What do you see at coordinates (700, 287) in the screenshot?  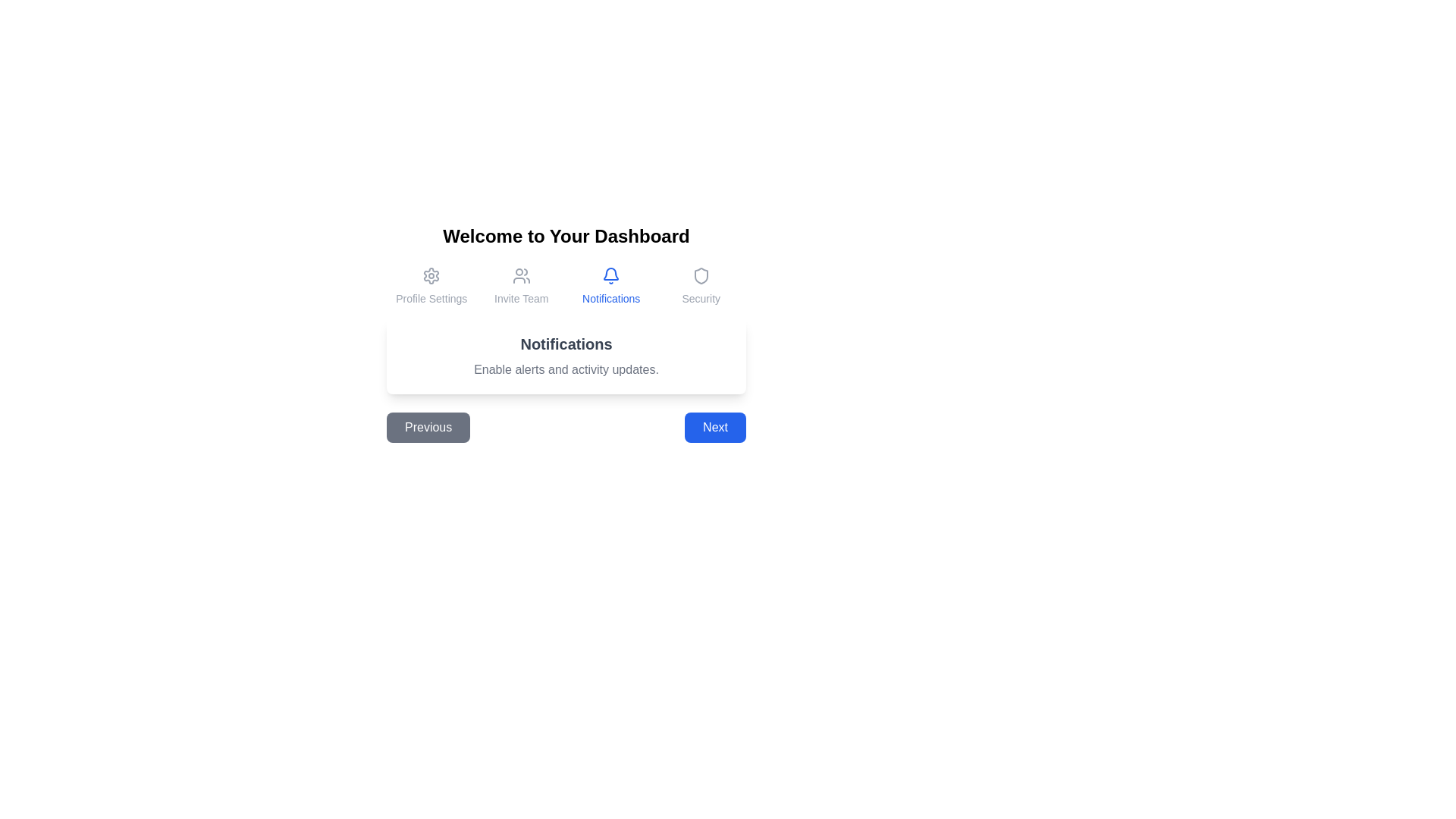 I see `the 'Security' text label with the shield icon, which is the fourth item in a horizontal row located to the far right, styled in light gray` at bounding box center [700, 287].